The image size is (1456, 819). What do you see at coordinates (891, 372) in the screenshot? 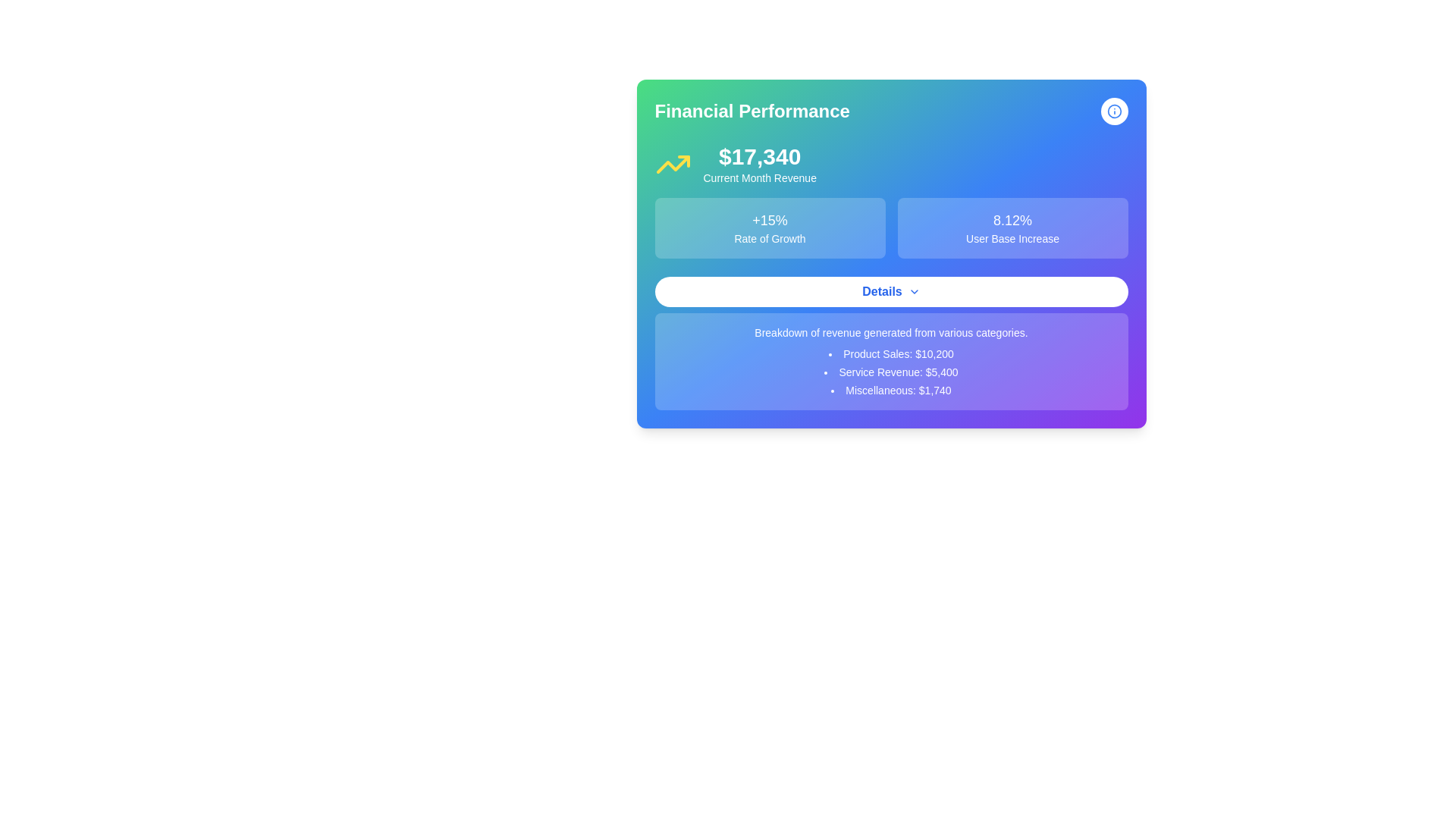
I see `the bulleted list detailing revenue breakdowns, which includes items such as 'Product Sales: $10,200', 'Service Revenue: $5,400', and 'Miscellaneous: $1,740'. This list is located in the lower portion of the revenue breakdown card, beneath the heading 'Breakdown of revenue generated from various categories.'` at bounding box center [891, 372].